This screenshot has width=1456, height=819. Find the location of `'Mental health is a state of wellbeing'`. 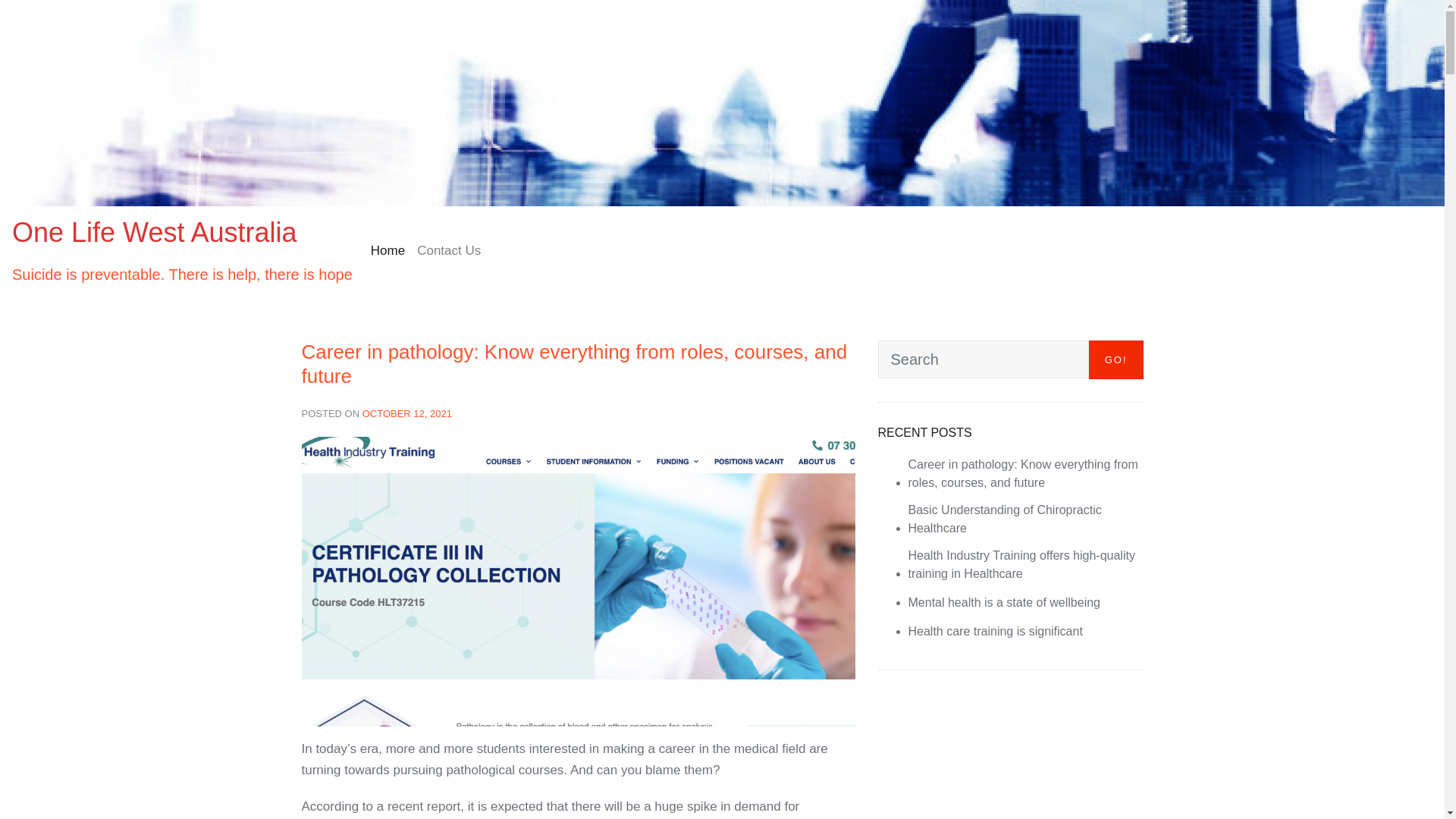

'Mental health is a state of wellbeing' is located at coordinates (1004, 601).